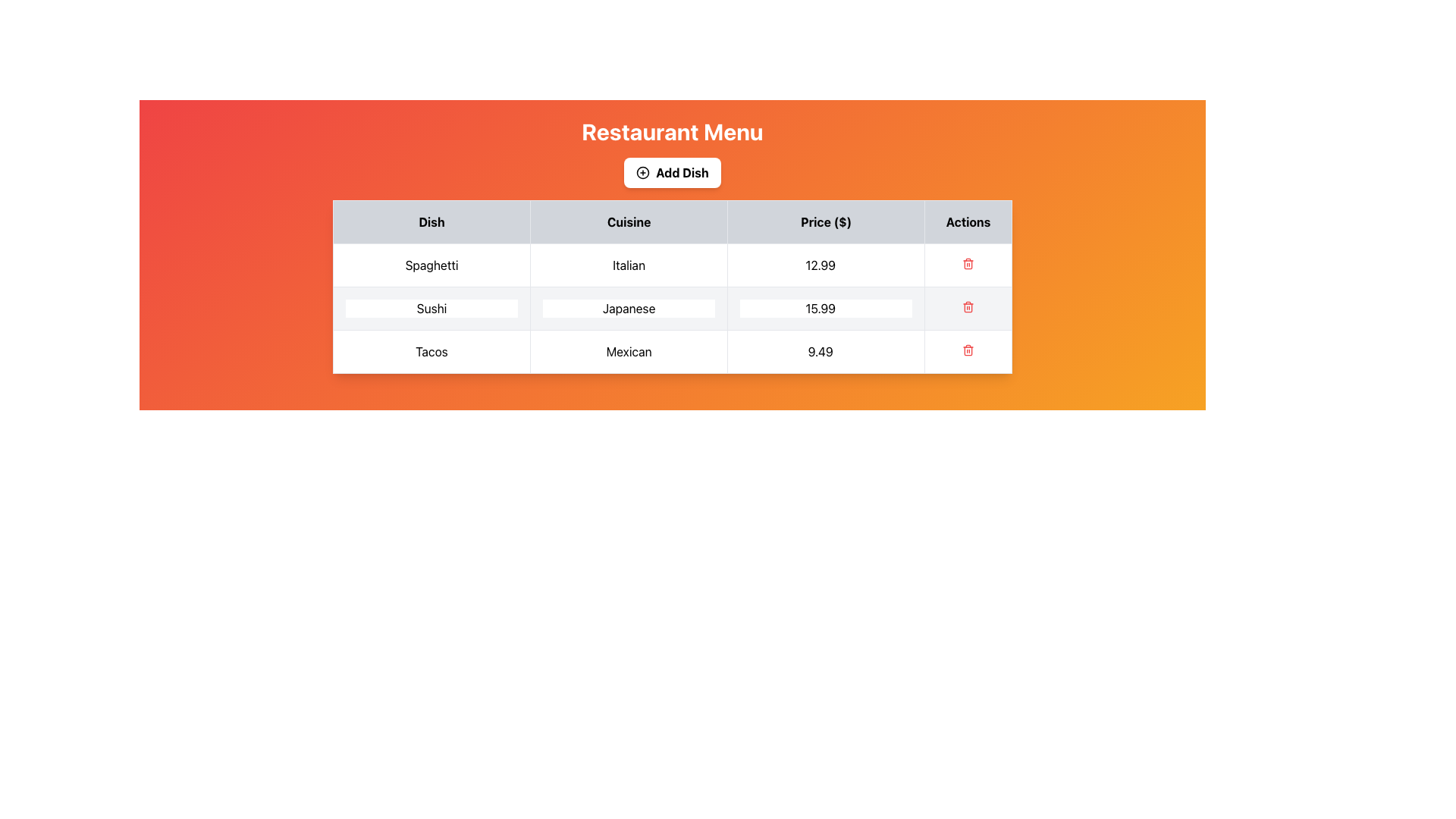 The image size is (1456, 819). What do you see at coordinates (629, 308) in the screenshot?
I see `the text input field displaying the cuisine type for the dish 'Sushi', located in the second column of the table labeled 'Cuisine'` at bounding box center [629, 308].